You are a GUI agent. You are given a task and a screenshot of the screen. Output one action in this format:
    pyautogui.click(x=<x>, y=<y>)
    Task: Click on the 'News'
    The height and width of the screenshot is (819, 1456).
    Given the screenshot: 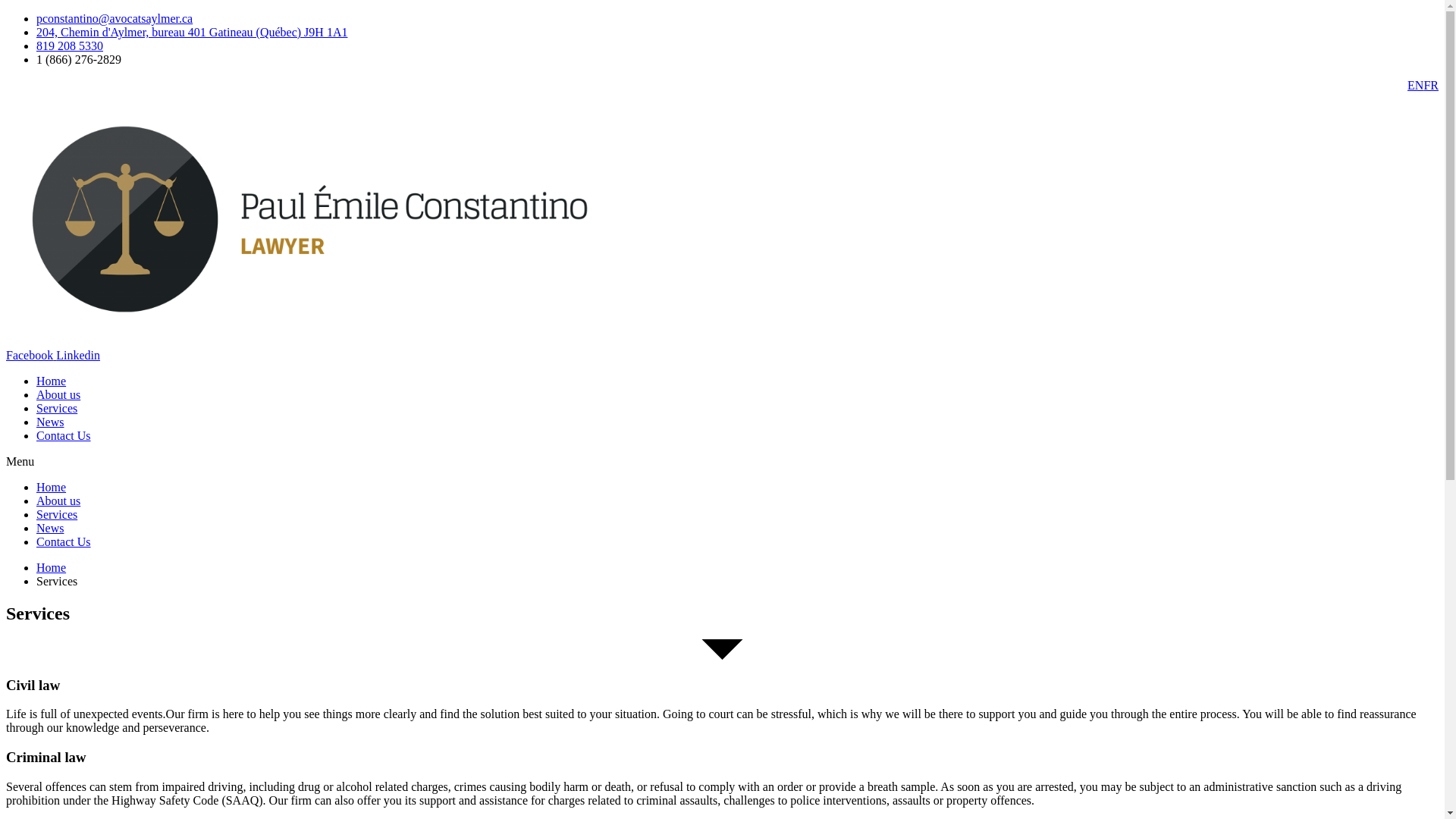 What is the action you would take?
    pyautogui.click(x=50, y=527)
    